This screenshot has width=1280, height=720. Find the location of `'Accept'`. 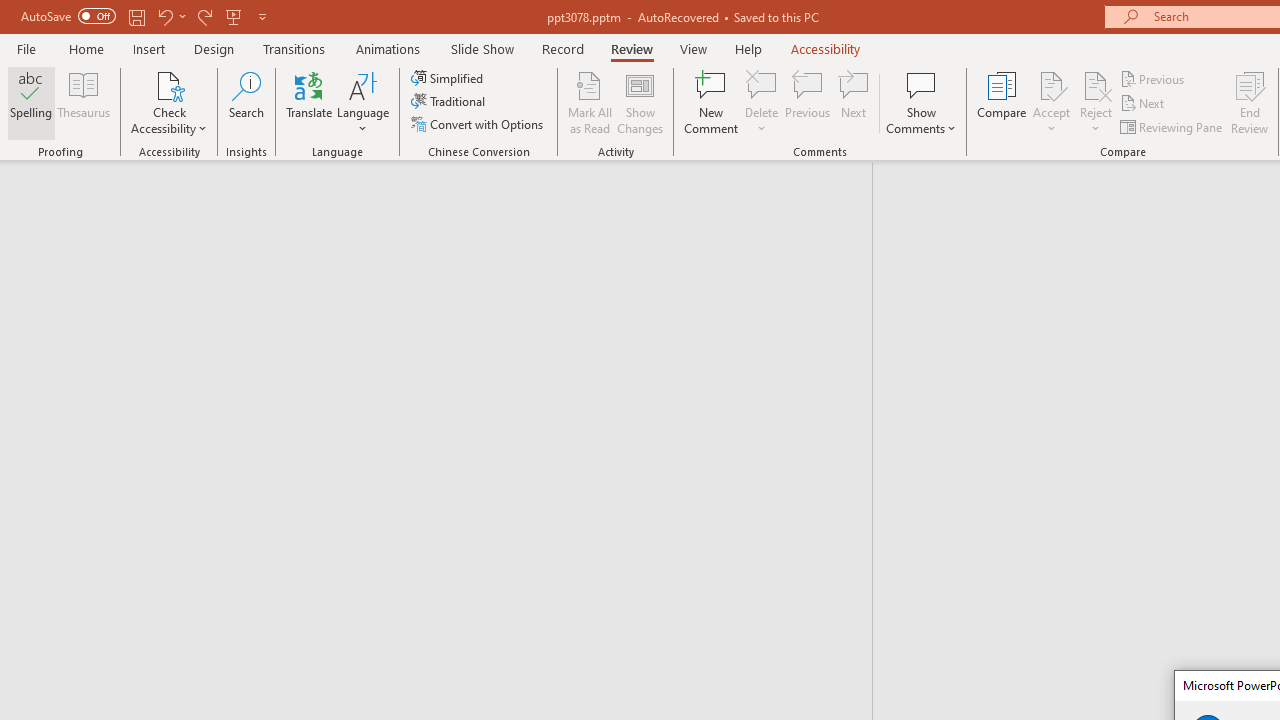

'Accept' is located at coordinates (1050, 103).